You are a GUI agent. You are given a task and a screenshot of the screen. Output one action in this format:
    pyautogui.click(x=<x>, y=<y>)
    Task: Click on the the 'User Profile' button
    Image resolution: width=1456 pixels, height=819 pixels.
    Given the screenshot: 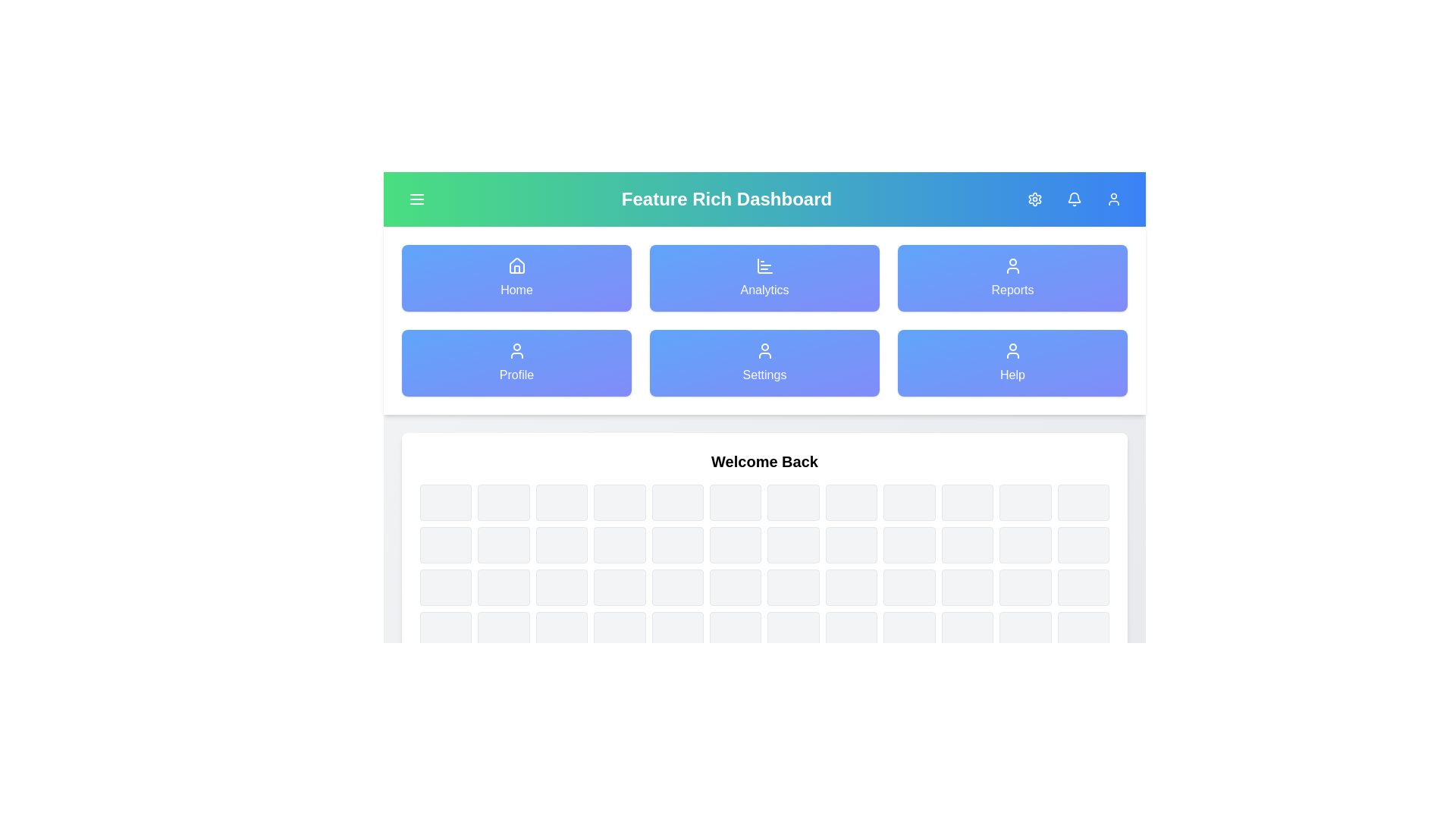 What is the action you would take?
    pyautogui.click(x=1113, y=198)
    